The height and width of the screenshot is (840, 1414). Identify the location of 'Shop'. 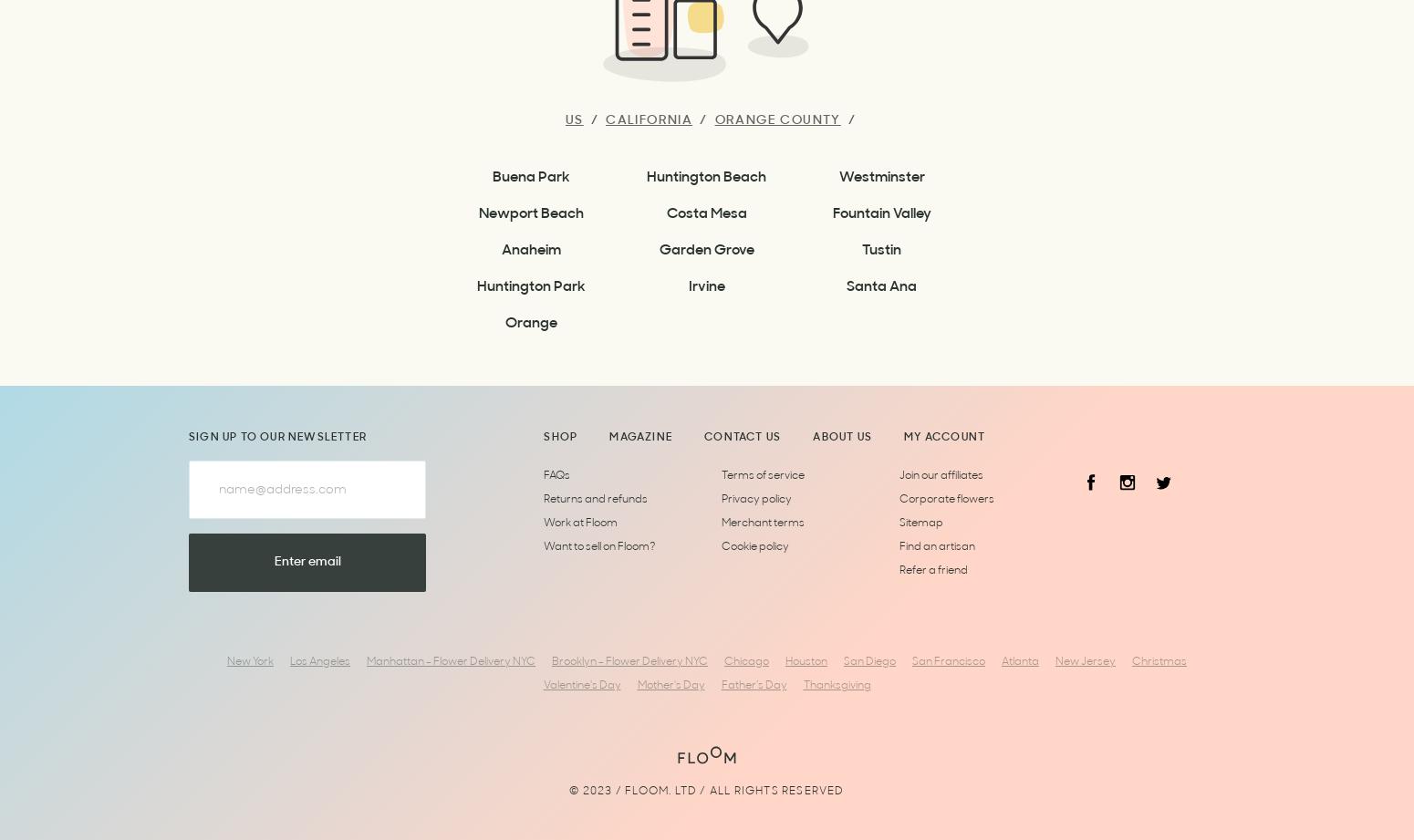
(543, 437).